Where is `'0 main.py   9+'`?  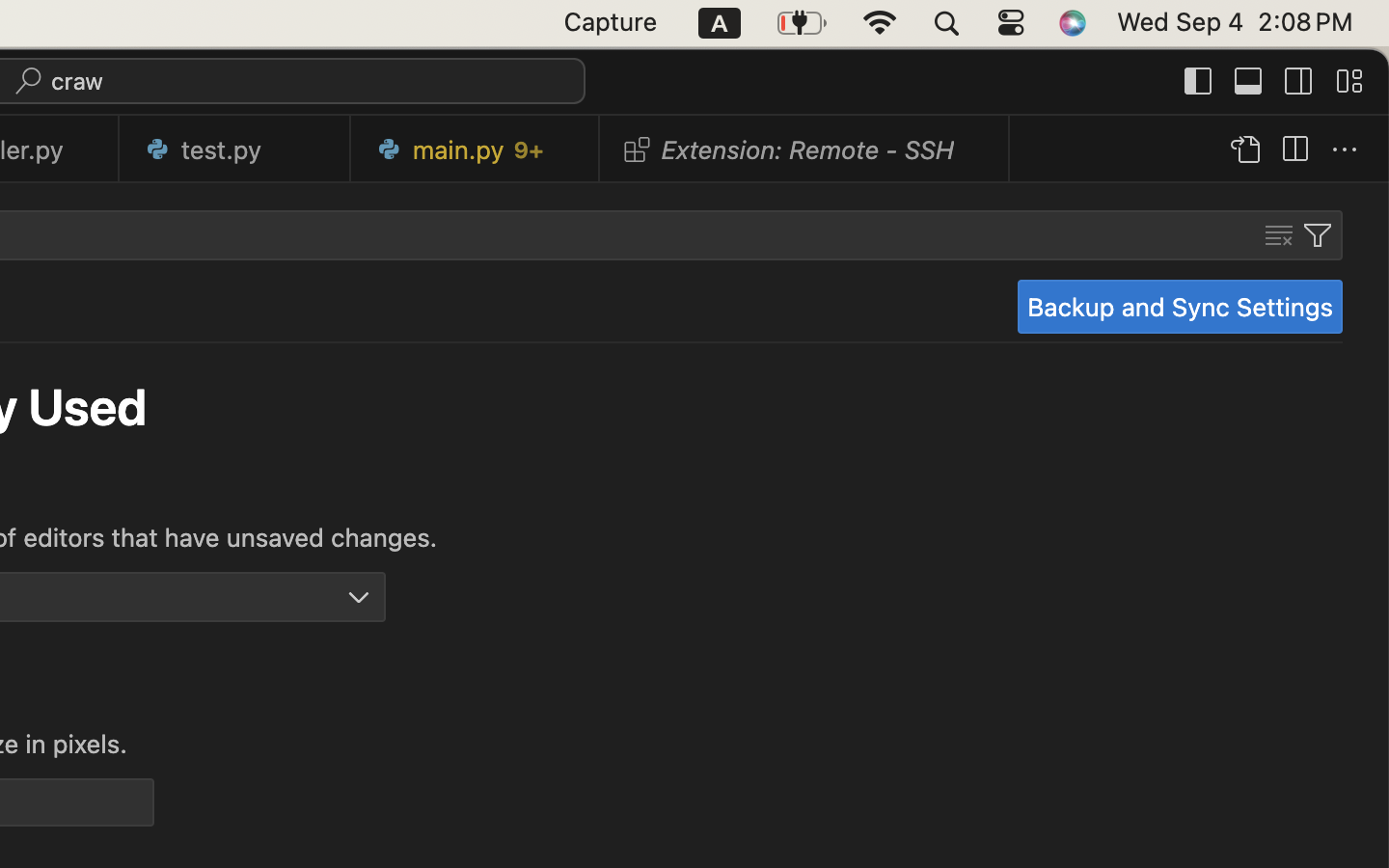 '0 main.py   9+' is located at coordinates (475, 149).